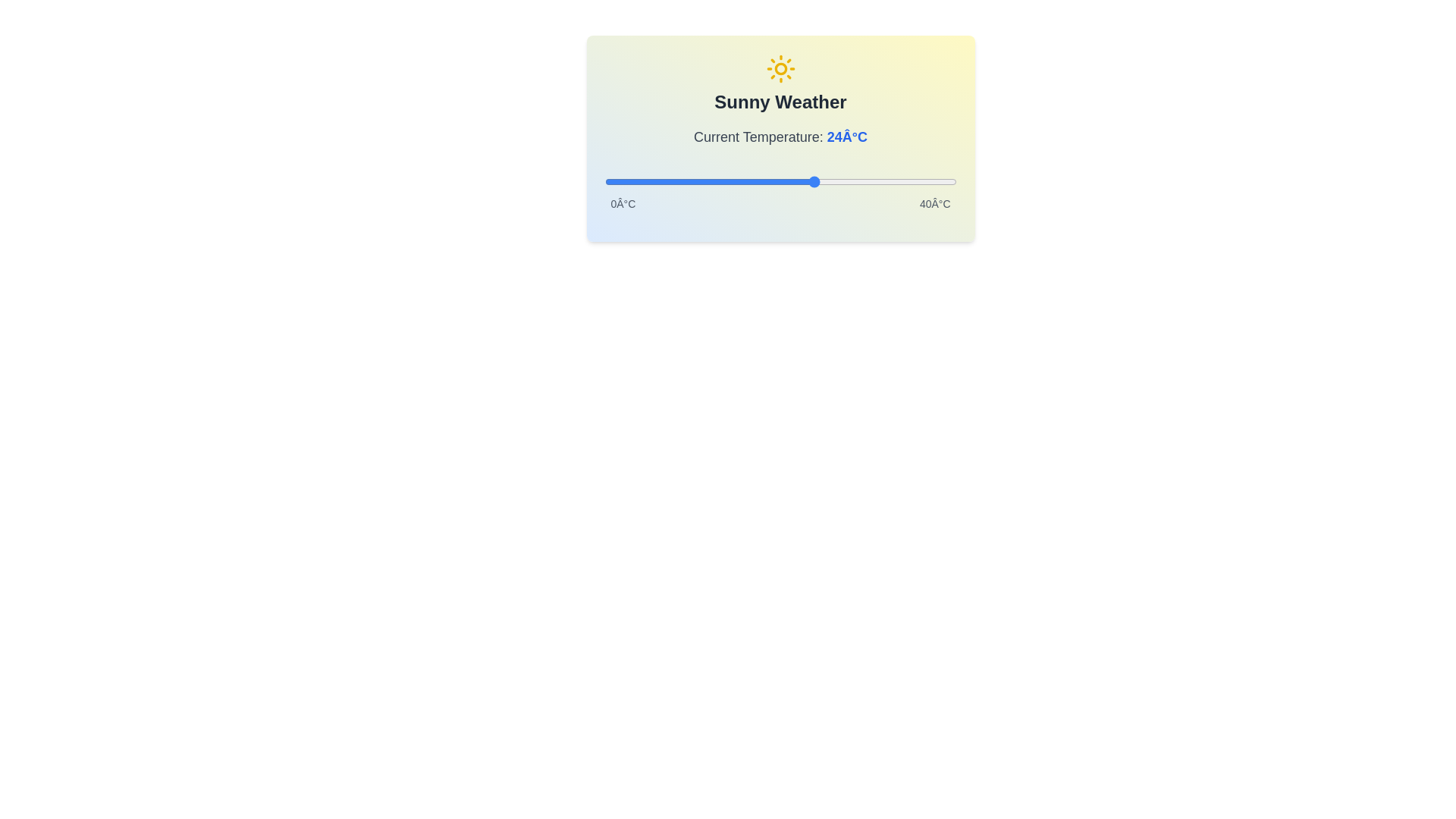 The height and width of the screenshot is (819, 1456). I want to click on the minimum temperature value label in the temperature selector component, located to the left of the horizontal slider, which displays '40Â°C', so click(623, 203).